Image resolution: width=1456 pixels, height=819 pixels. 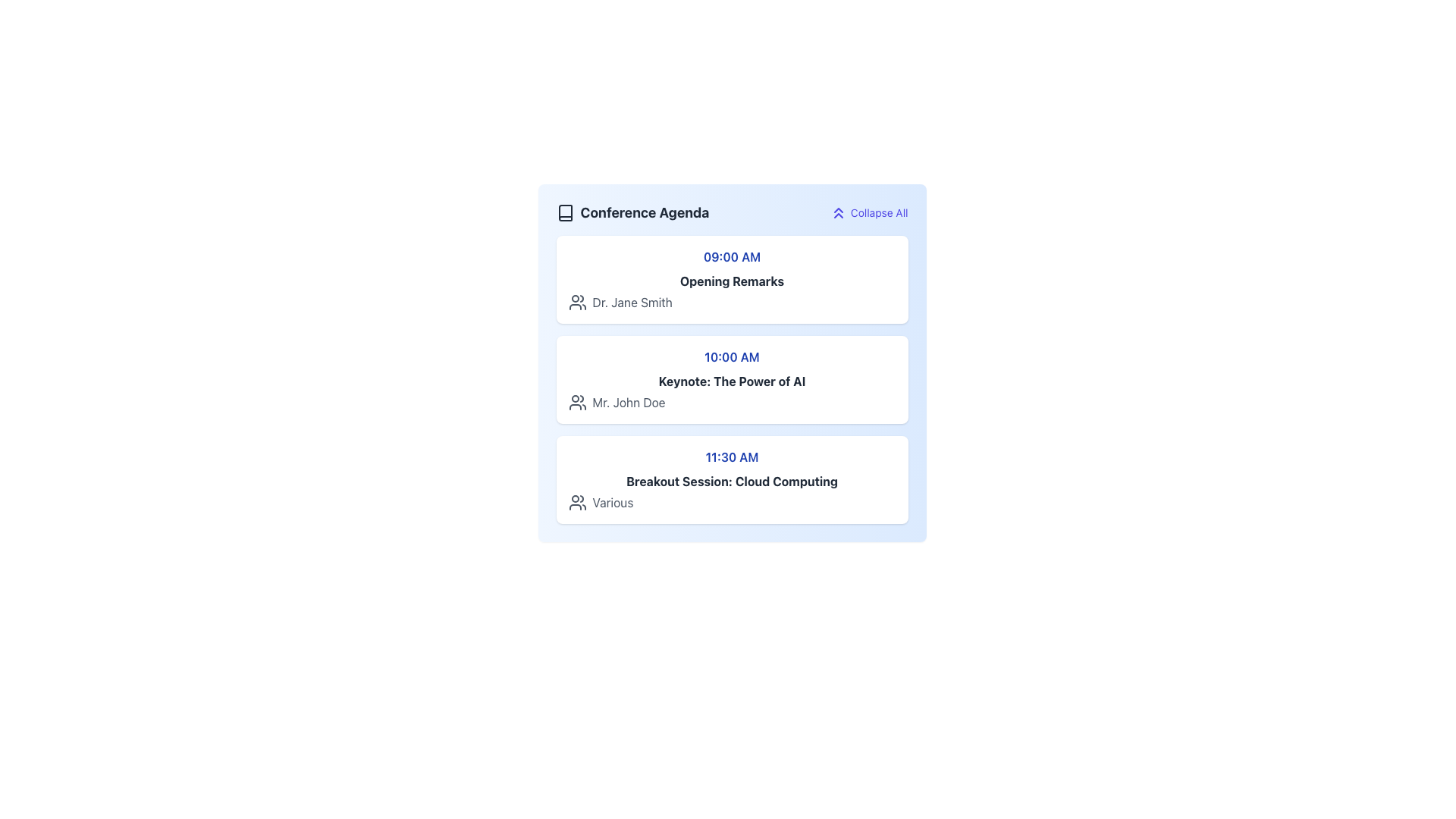 I want to click on the decorative icon located to the left of the 'Conference Agenda' text in the header, so click(x=564, y=213).